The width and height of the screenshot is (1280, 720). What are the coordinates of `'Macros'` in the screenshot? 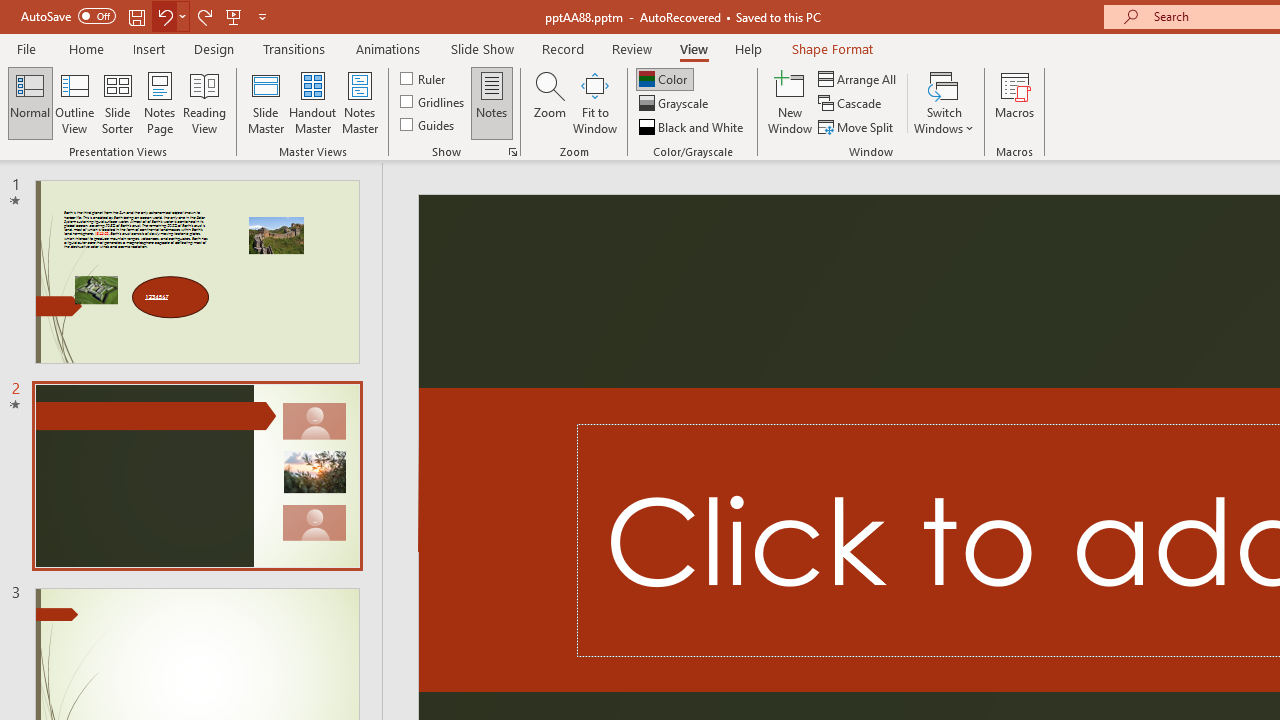 It's located at (1015, 103).